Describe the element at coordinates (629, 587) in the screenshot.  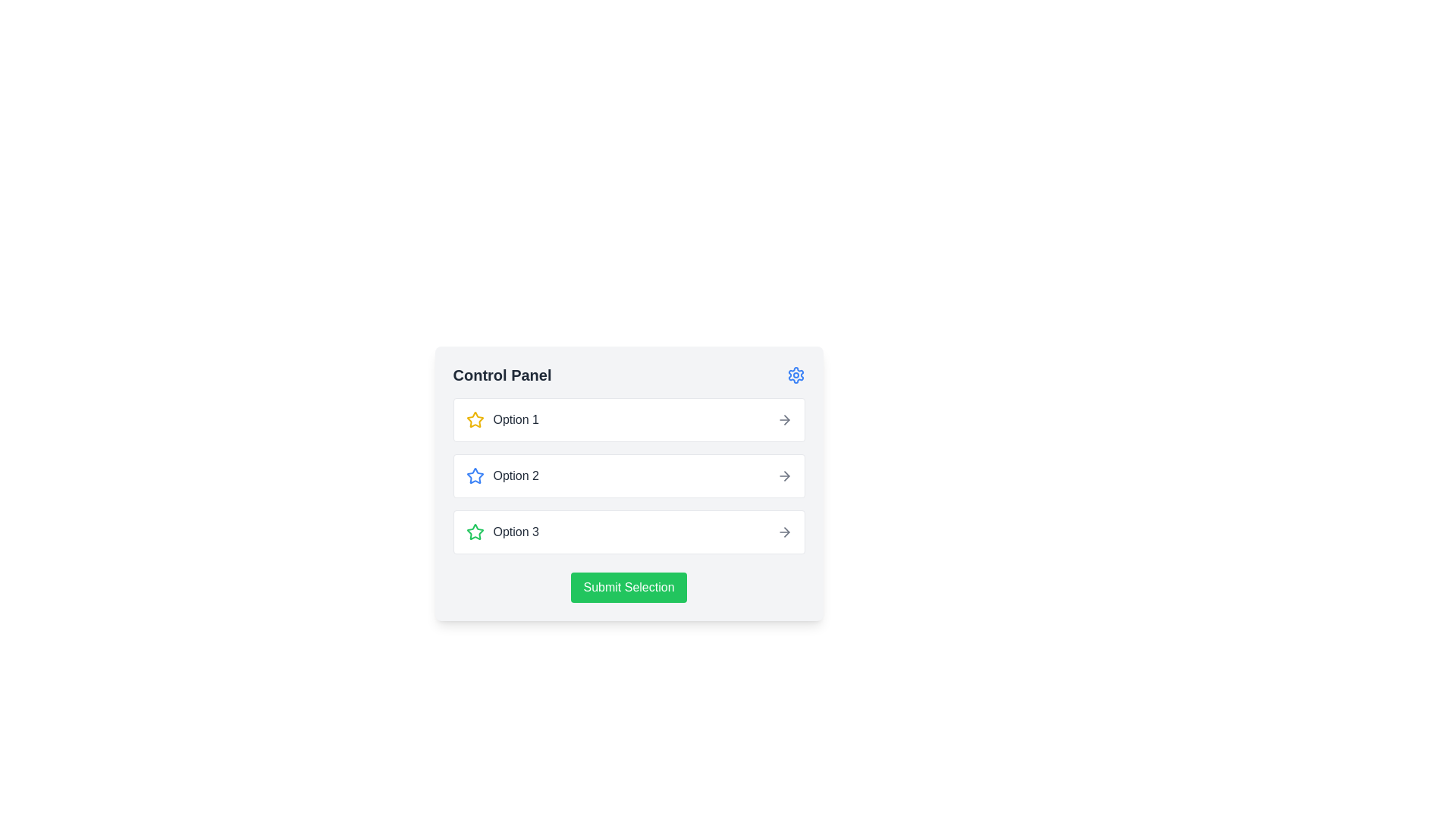
I see `the submit button located at the bottom center of the Control Panel interface` at that location.